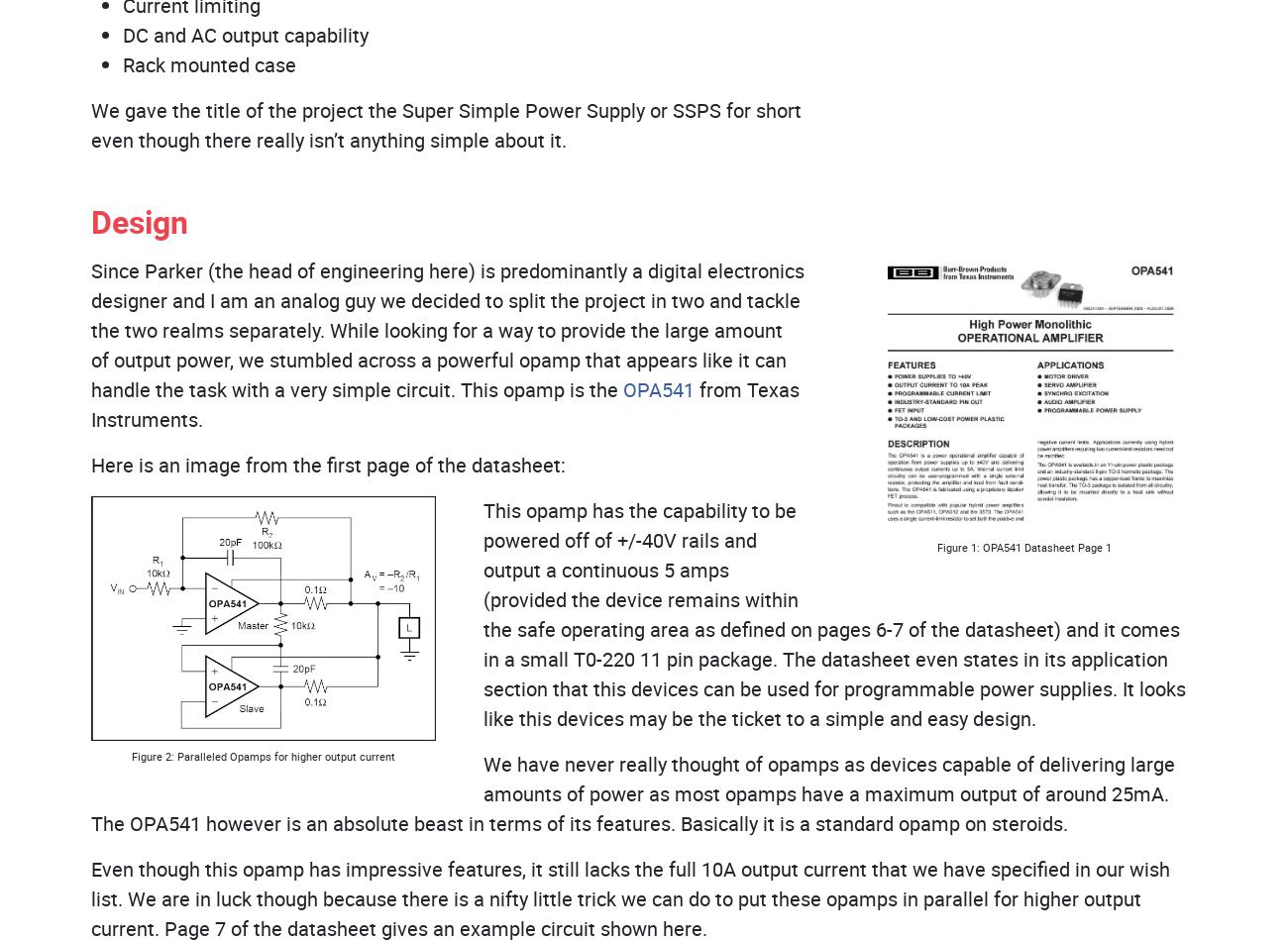  Describe the element at coordinates (103, 780) in the screenshot. I see `'Take advantage of AI-enabled sourcing opportunities and employ expert teams who are connected through a user-friendly technology platform. Discover how streamlined electronics manufacturing can benefit your business by'` at that location.